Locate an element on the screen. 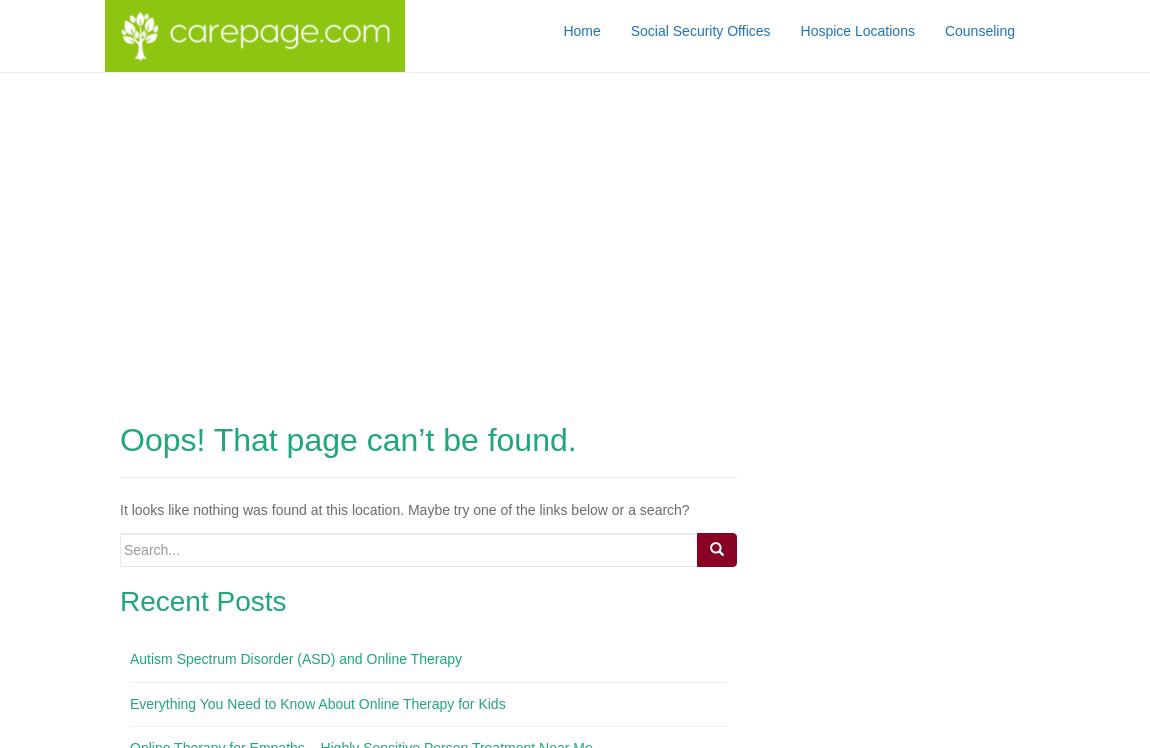 The height and width of the screenshot is (748, 1150). 'Autism Spectrum Disorder (ASD) and Online Therapy' is located at coordinates (295, 658).